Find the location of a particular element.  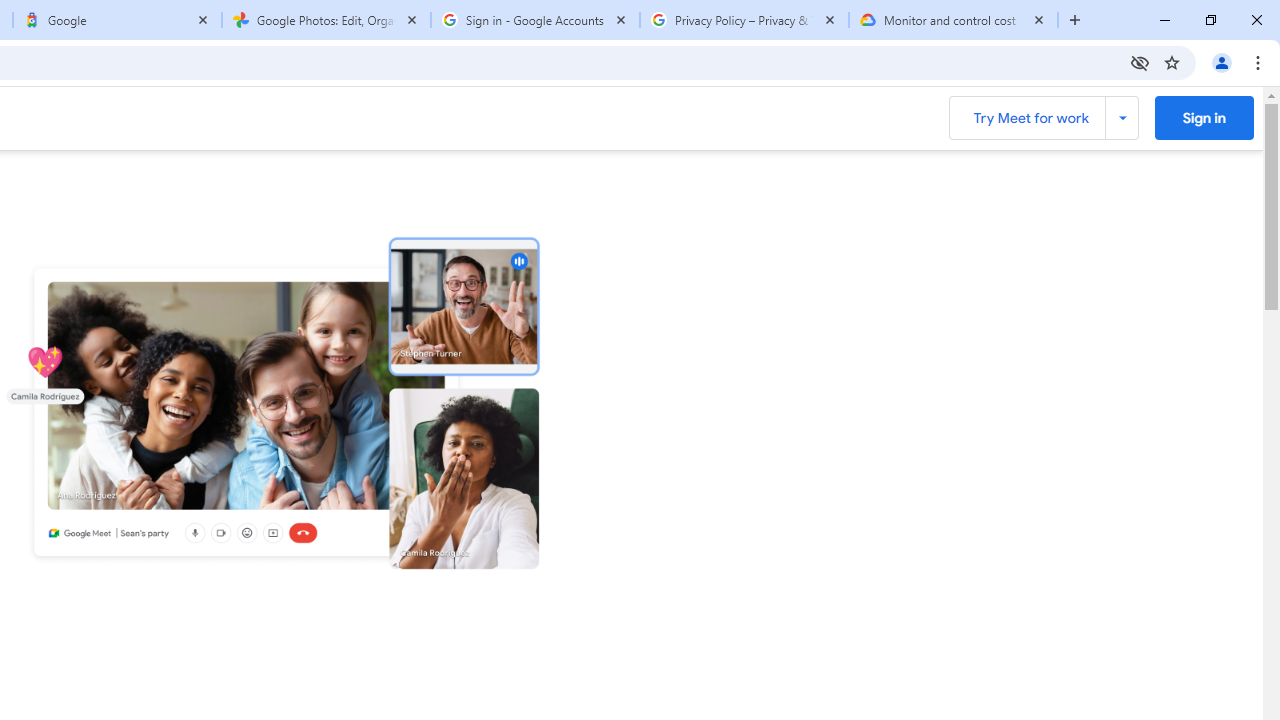

'Try Meet for work' is located at coordinates (1042, 118).